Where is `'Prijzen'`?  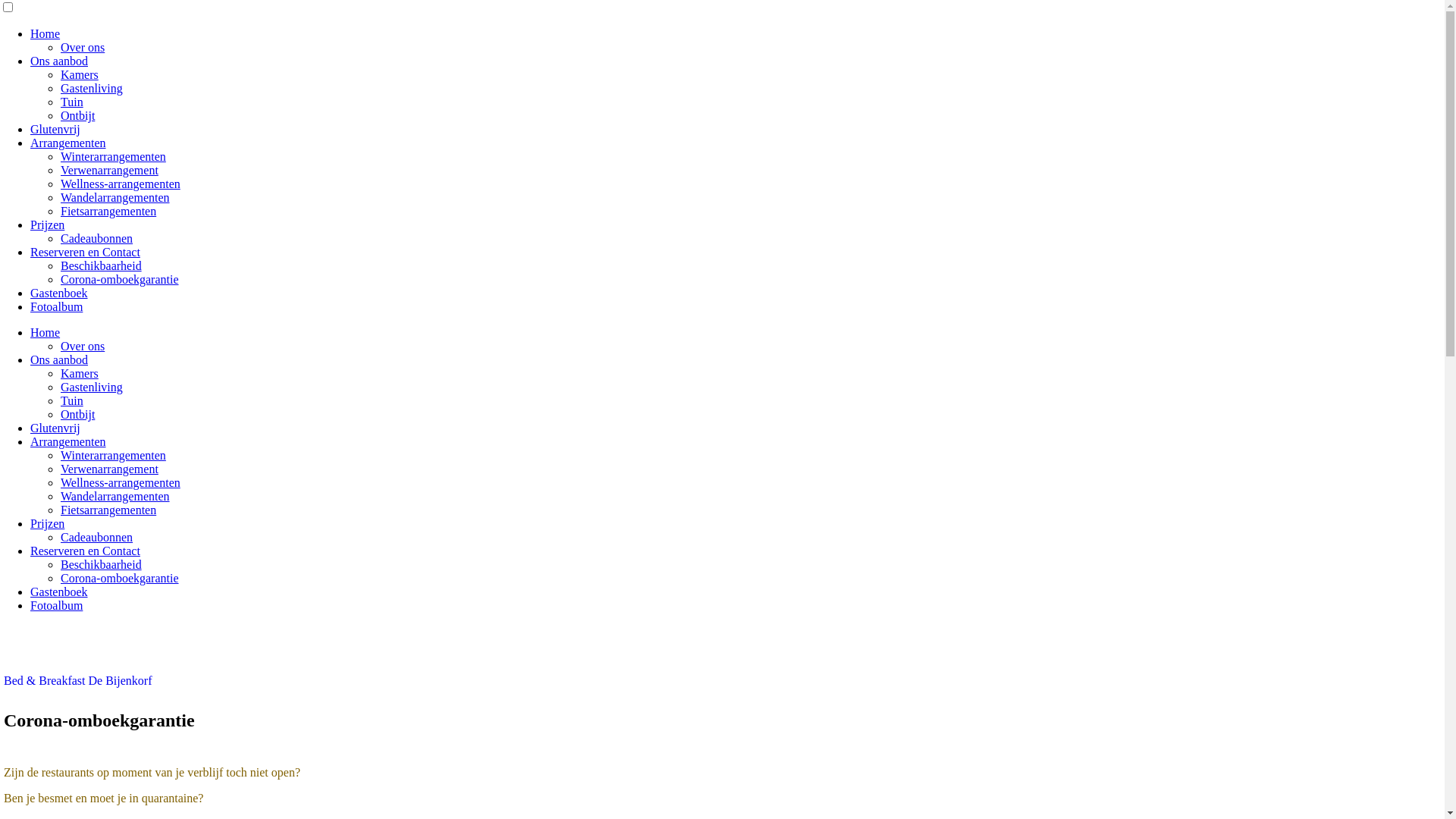 'Prijzen' is located at coordinates (30, 522).